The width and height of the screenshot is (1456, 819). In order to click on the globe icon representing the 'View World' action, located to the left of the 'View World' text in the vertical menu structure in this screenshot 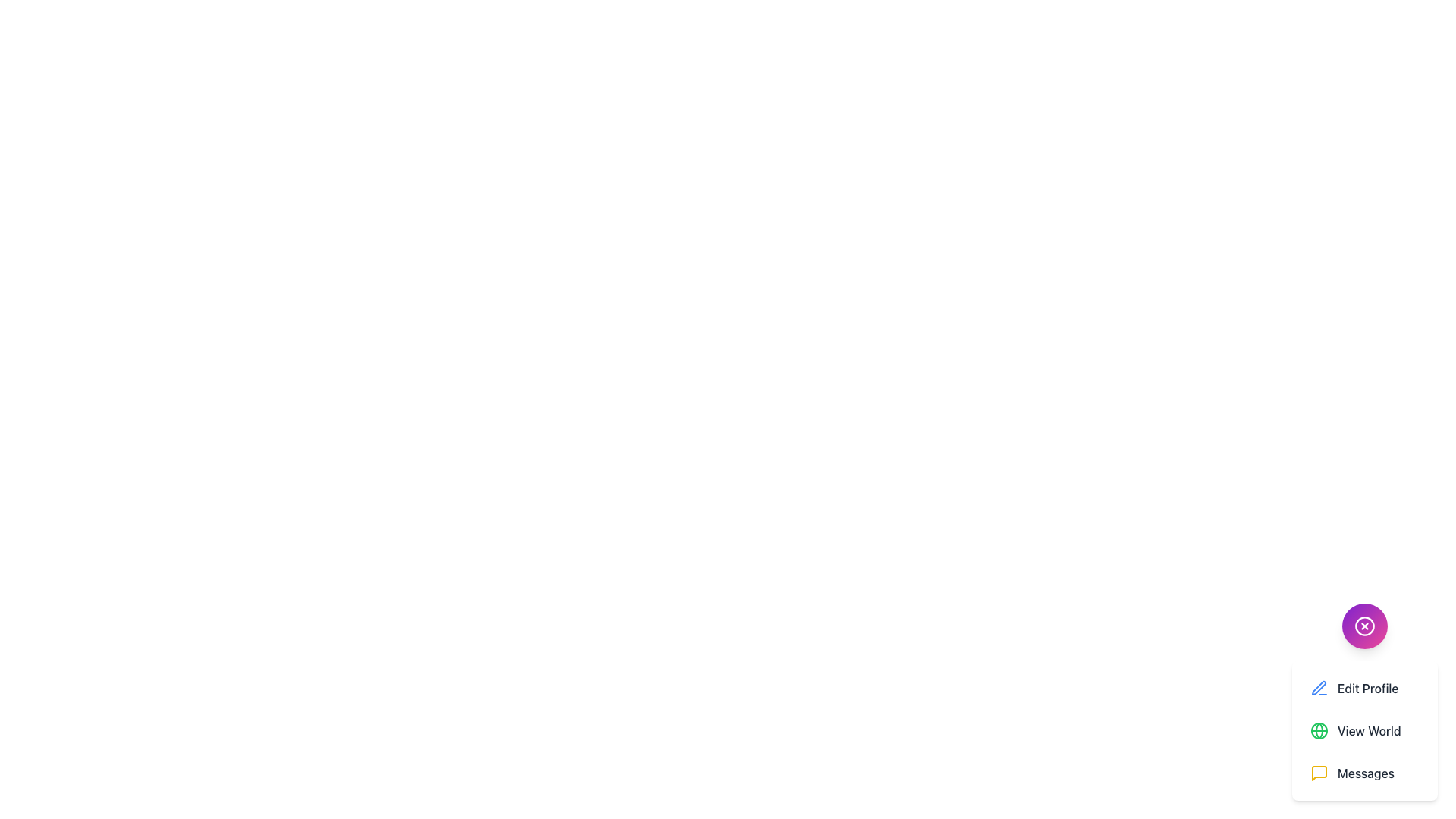, I will do `click(1318, 730)`.